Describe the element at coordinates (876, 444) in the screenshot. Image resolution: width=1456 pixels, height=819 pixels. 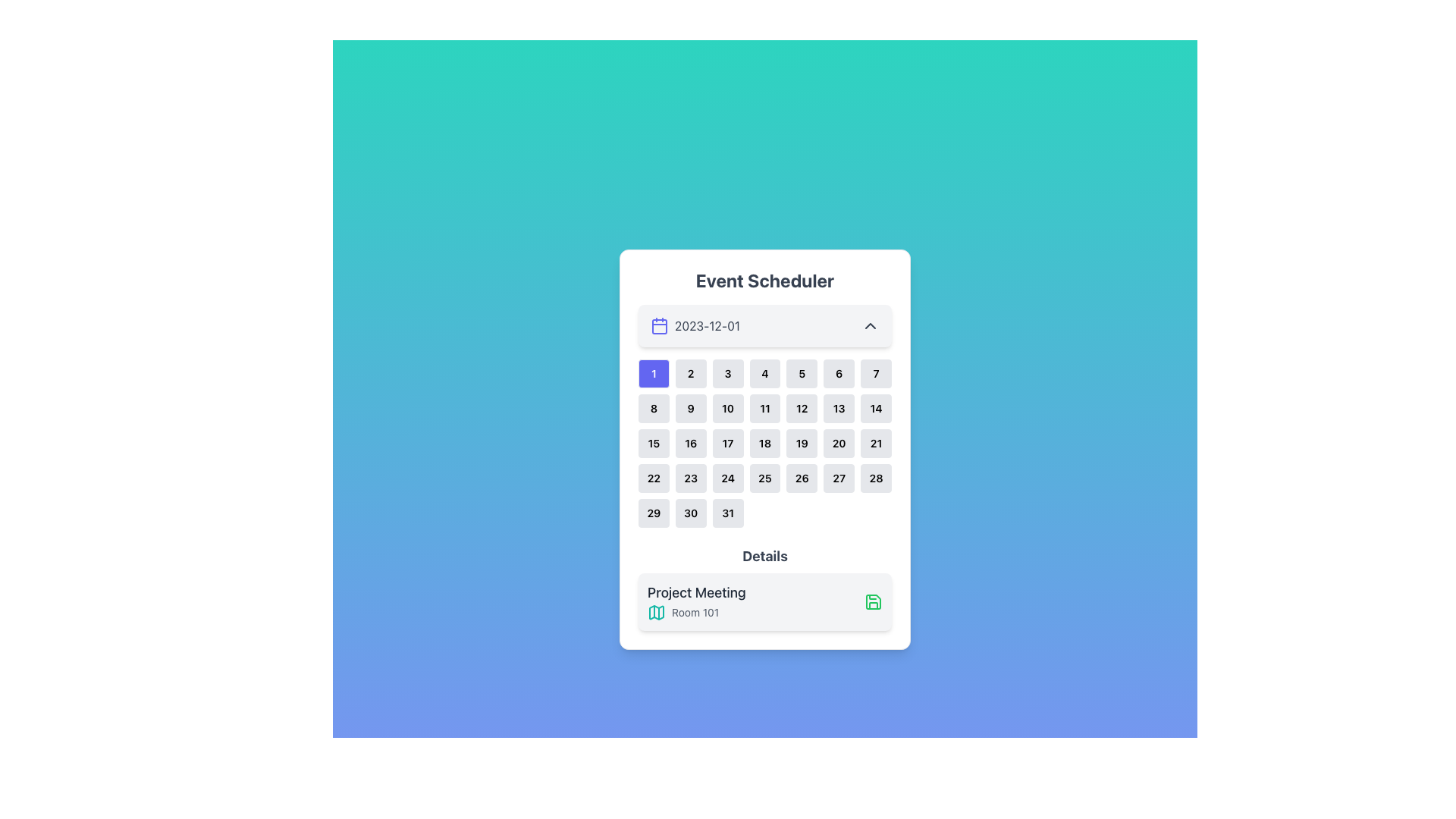
I see `the date selector button located in the fourth row and seventh column of the calendar grid` at that location.